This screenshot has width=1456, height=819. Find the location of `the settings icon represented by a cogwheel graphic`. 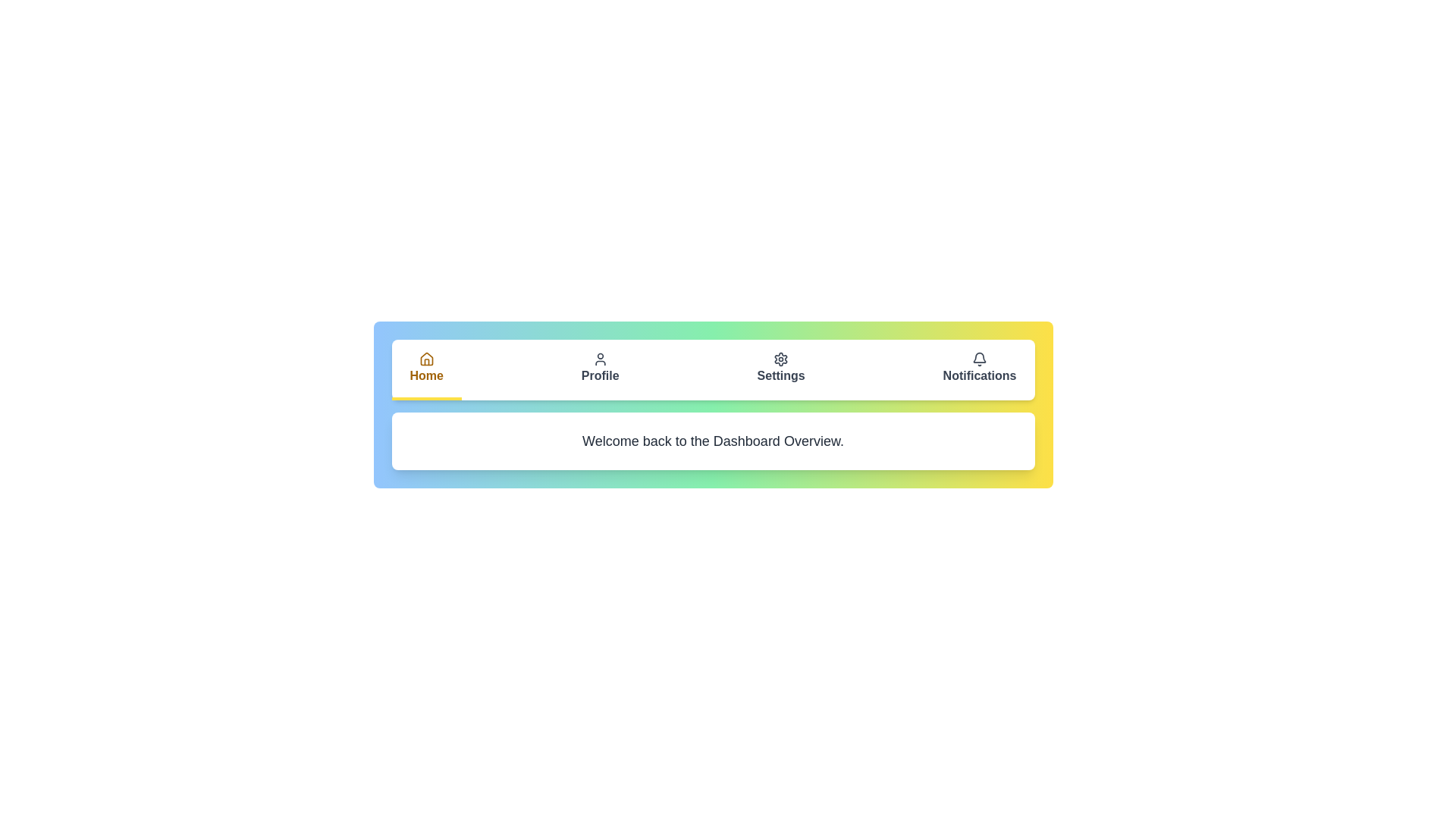

the settings icon represented by a cogwheel graphic is located at coordinates (781, 359).